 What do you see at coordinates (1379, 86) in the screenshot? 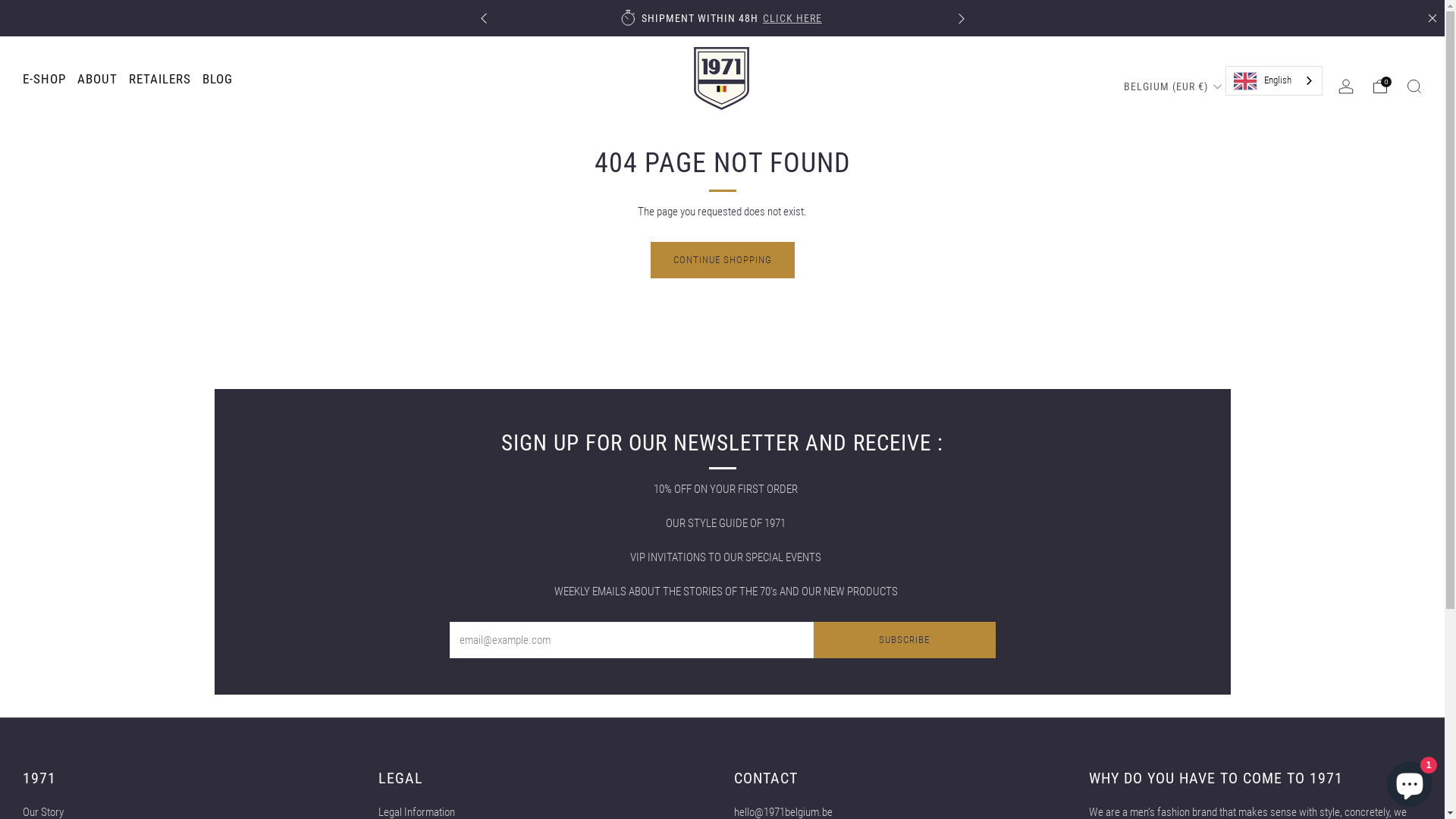
I see `'0'` at bounding box center [1379, 86].